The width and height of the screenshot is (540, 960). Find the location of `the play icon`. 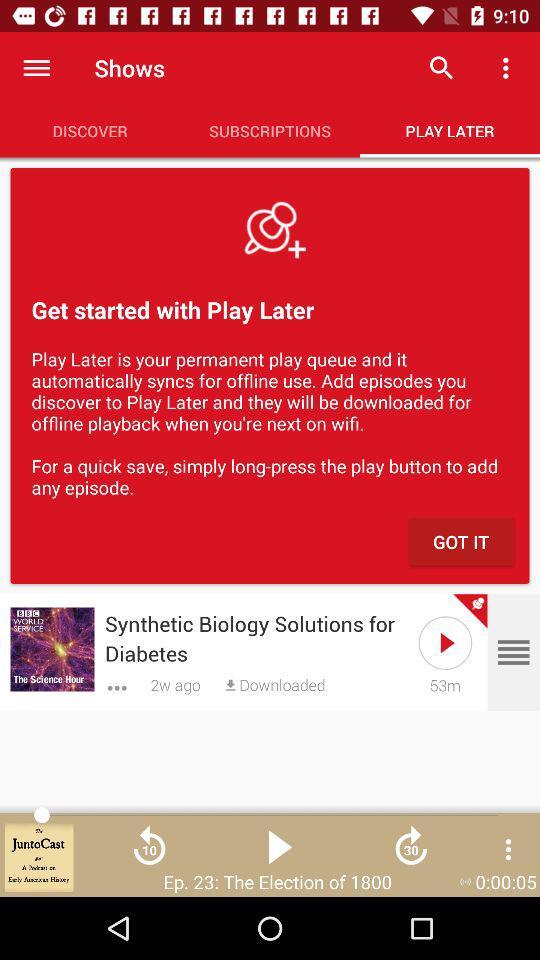

the play icon is located at coordinates (279, 853).